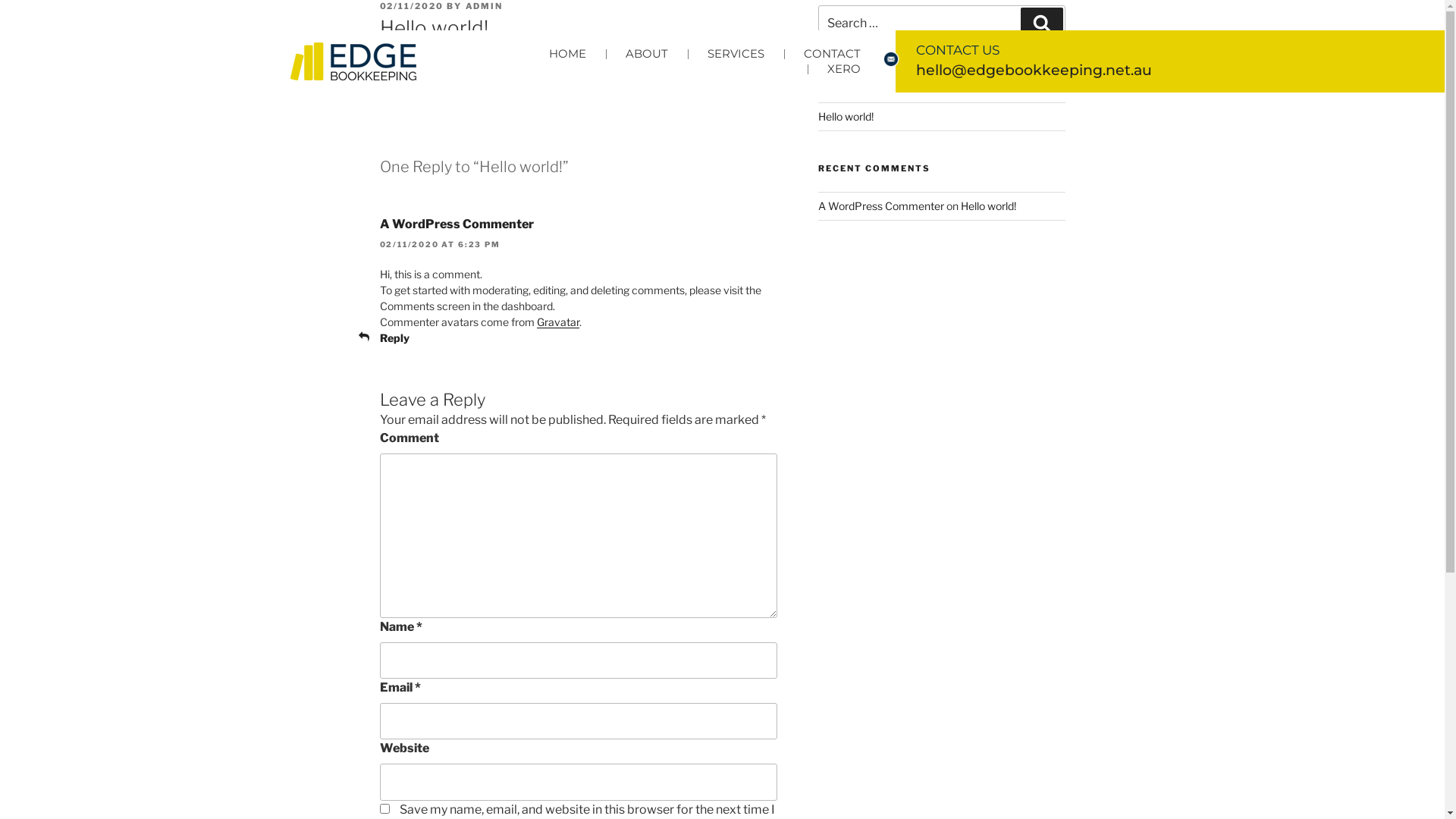 The width and height of the screenshot is (1456, 819). What do you see at coordinates (529, 52) in the screenshot?
I see `'HOME'` at bounding box center [529, 52].